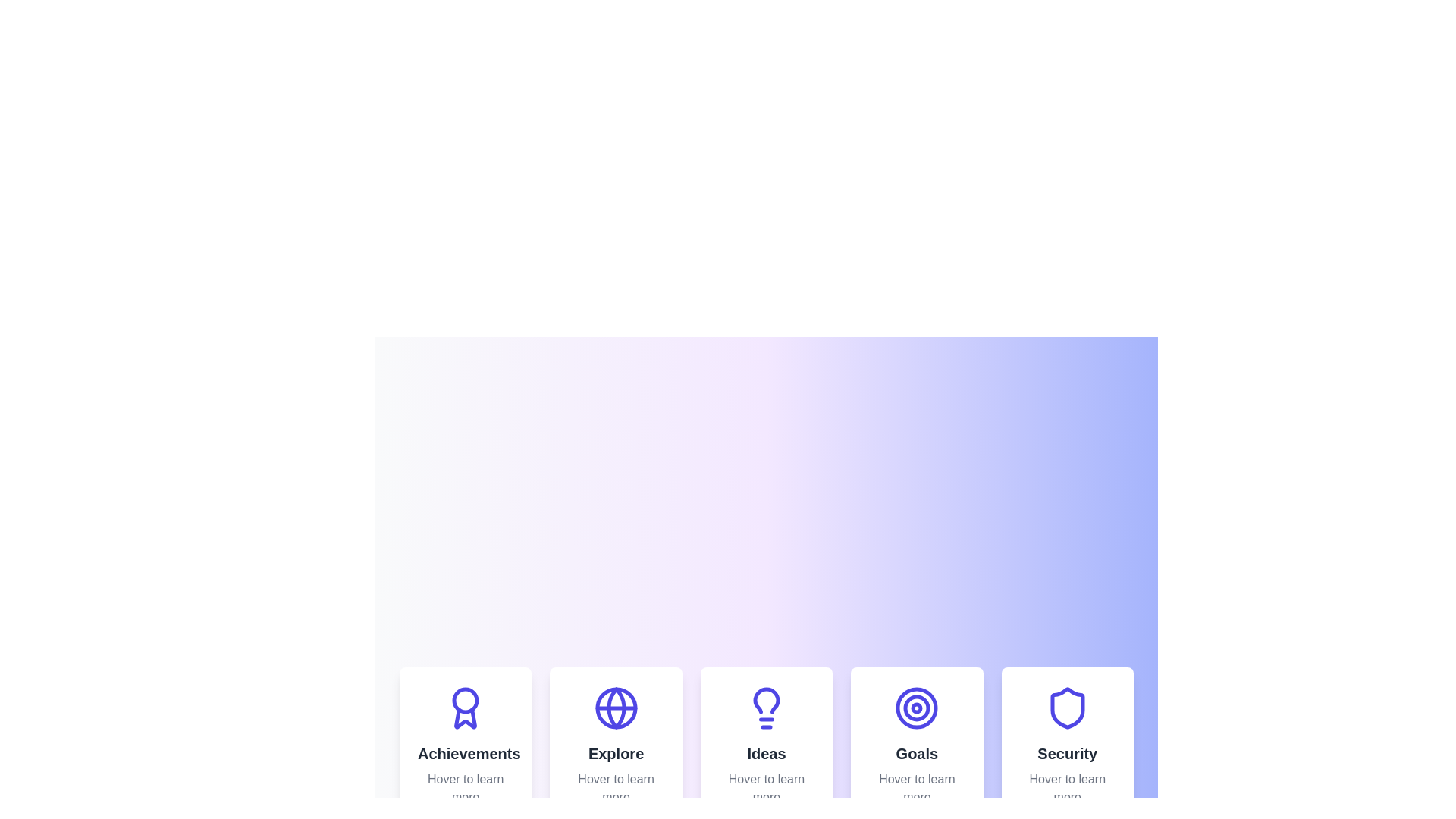 This screenshot has width=1456, height=819. I want to click on the text label saying 'Hover to learn more' located beneath the 'Security' title in the rightmost card, so click(1066, 788).